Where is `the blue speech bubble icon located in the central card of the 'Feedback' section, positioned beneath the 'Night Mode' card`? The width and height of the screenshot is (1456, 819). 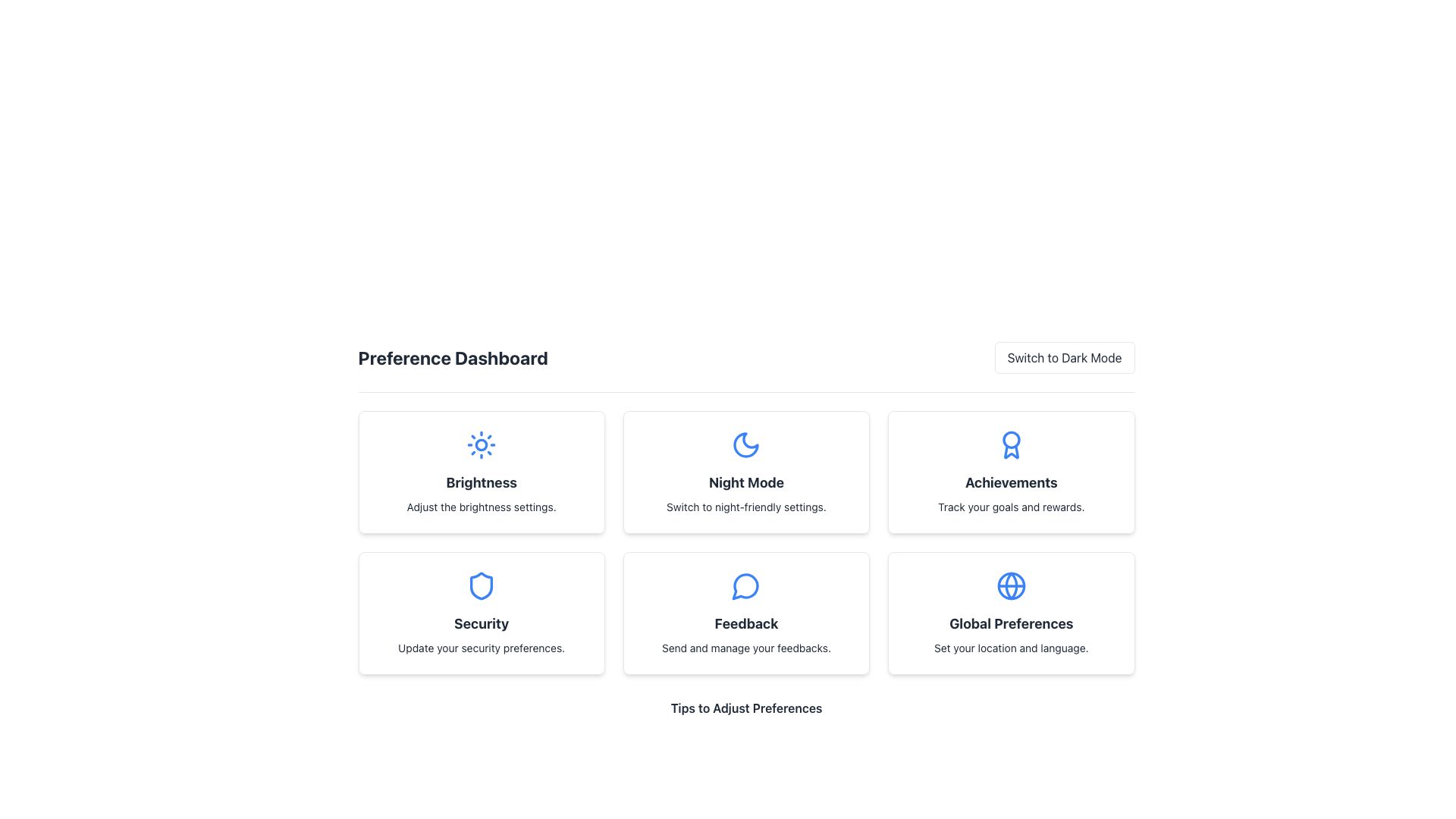 the blue speech bubble icon located in the central card of the 'Feedback' section, positioned beneath the 'Night Mode' card is located at coordinates (745, 585).